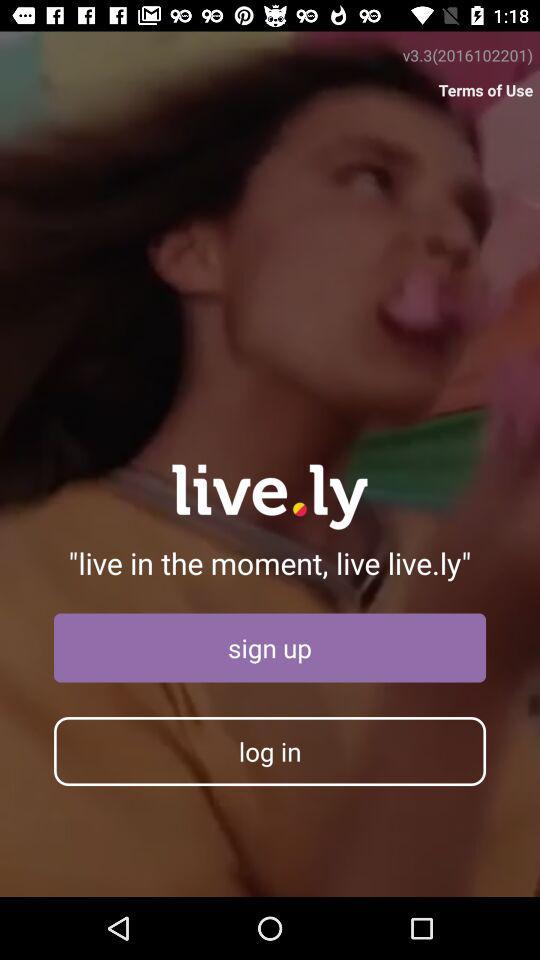 This screenshot has width=540, height=960. Describe the element at coordinates (270, 647) in the screenshot. I see `sign up` at that location.